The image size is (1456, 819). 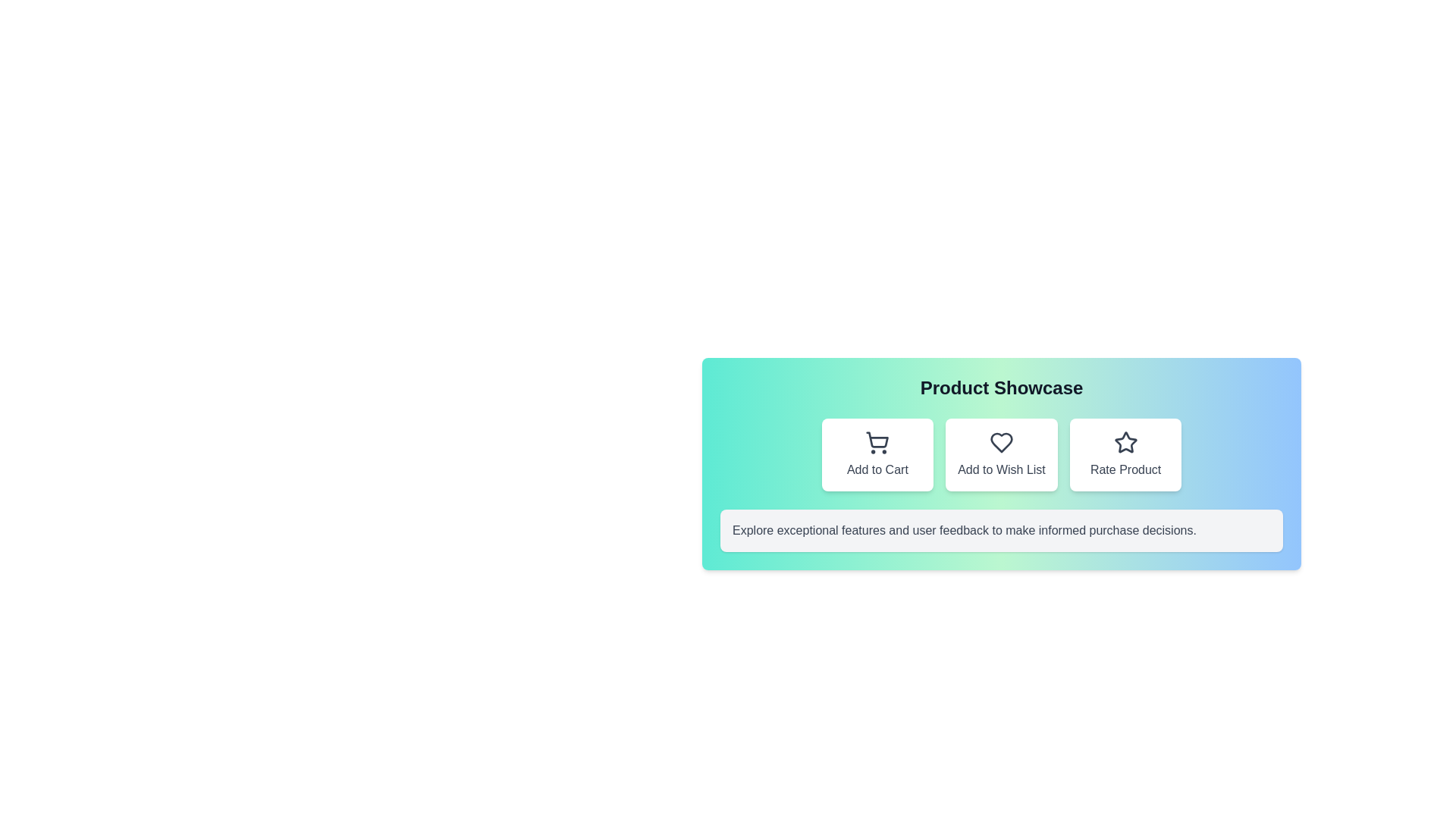 What do you see at coordinates (1001, 388) in the screenshot?
I see `the text label that serves as a title or header for the section, positioned at the top of a grouped section above three horizontally arranged buttons` at bounding box center [1001, 388].